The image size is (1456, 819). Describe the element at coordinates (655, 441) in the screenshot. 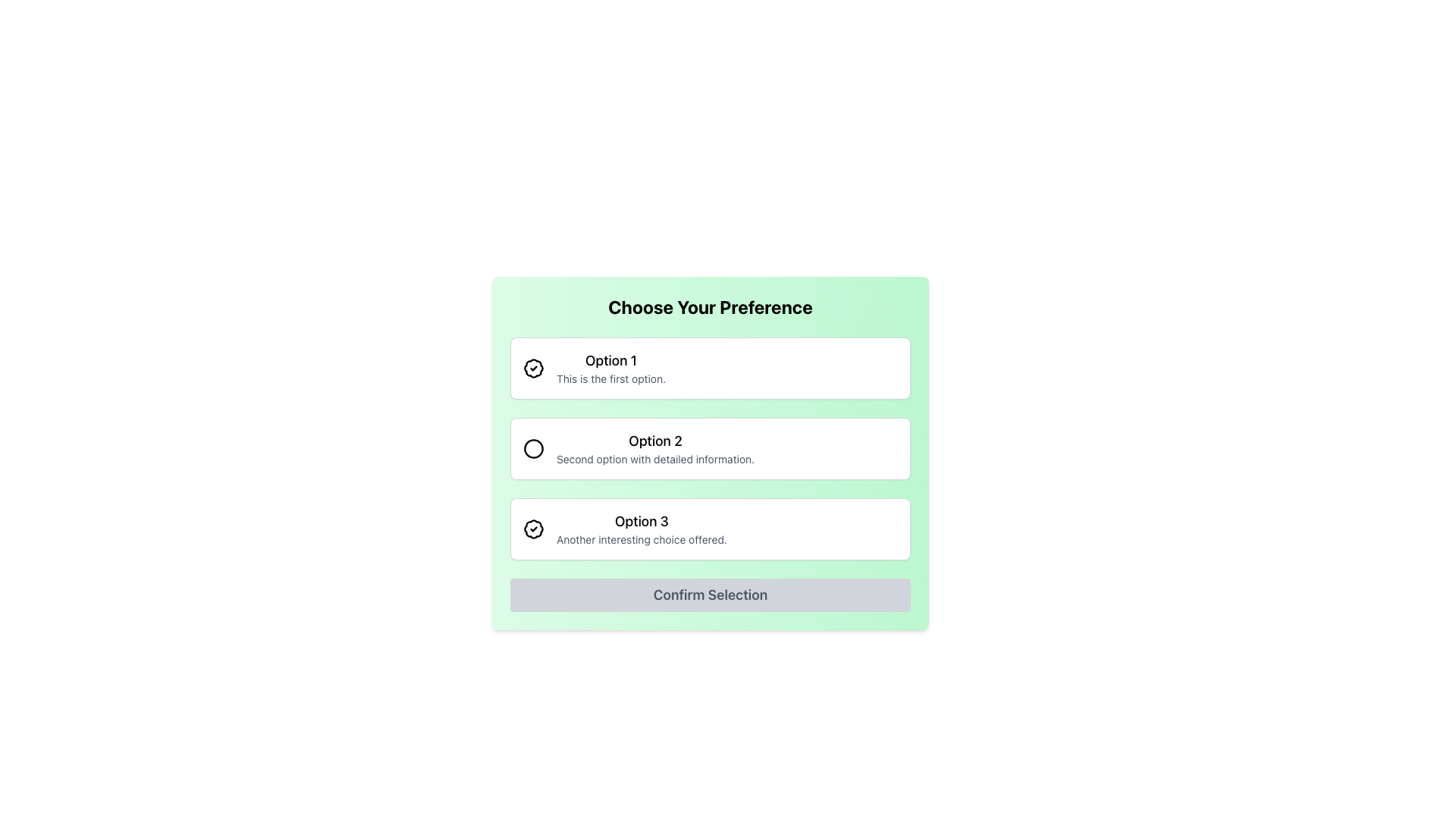

I see `the title Text Label located in the second option block` at that location.